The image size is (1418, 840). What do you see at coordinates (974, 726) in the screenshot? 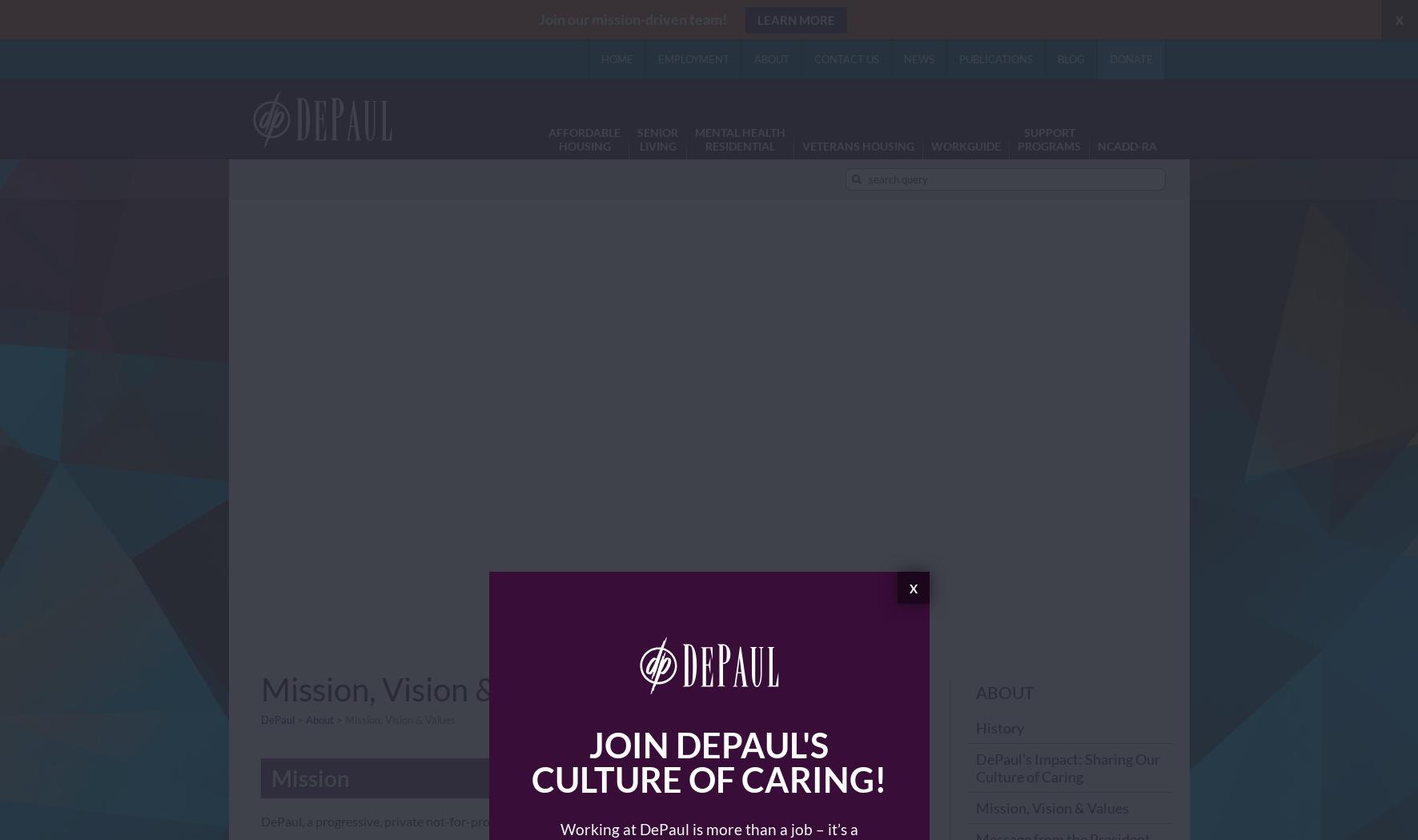
I see `'History'` at bounding box center [974, 726].